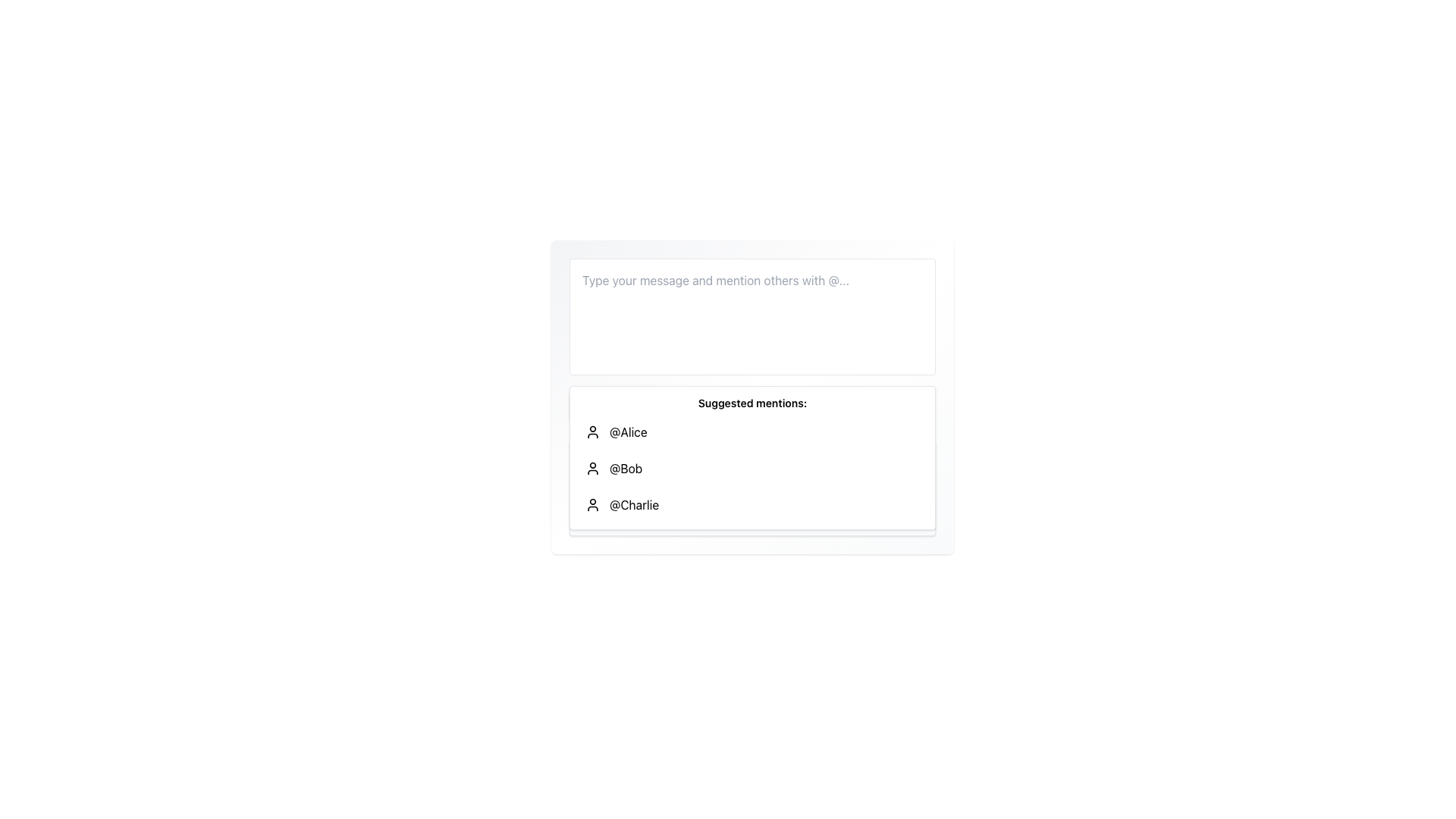 This screenshot has height=819, width=1456. What do you see at coordinates (592, 467) in the screenshot?
I see `the user icon representing '@Bob' in the suggested mentions dropdown for potential interaction` at bounding box center [592, 467].